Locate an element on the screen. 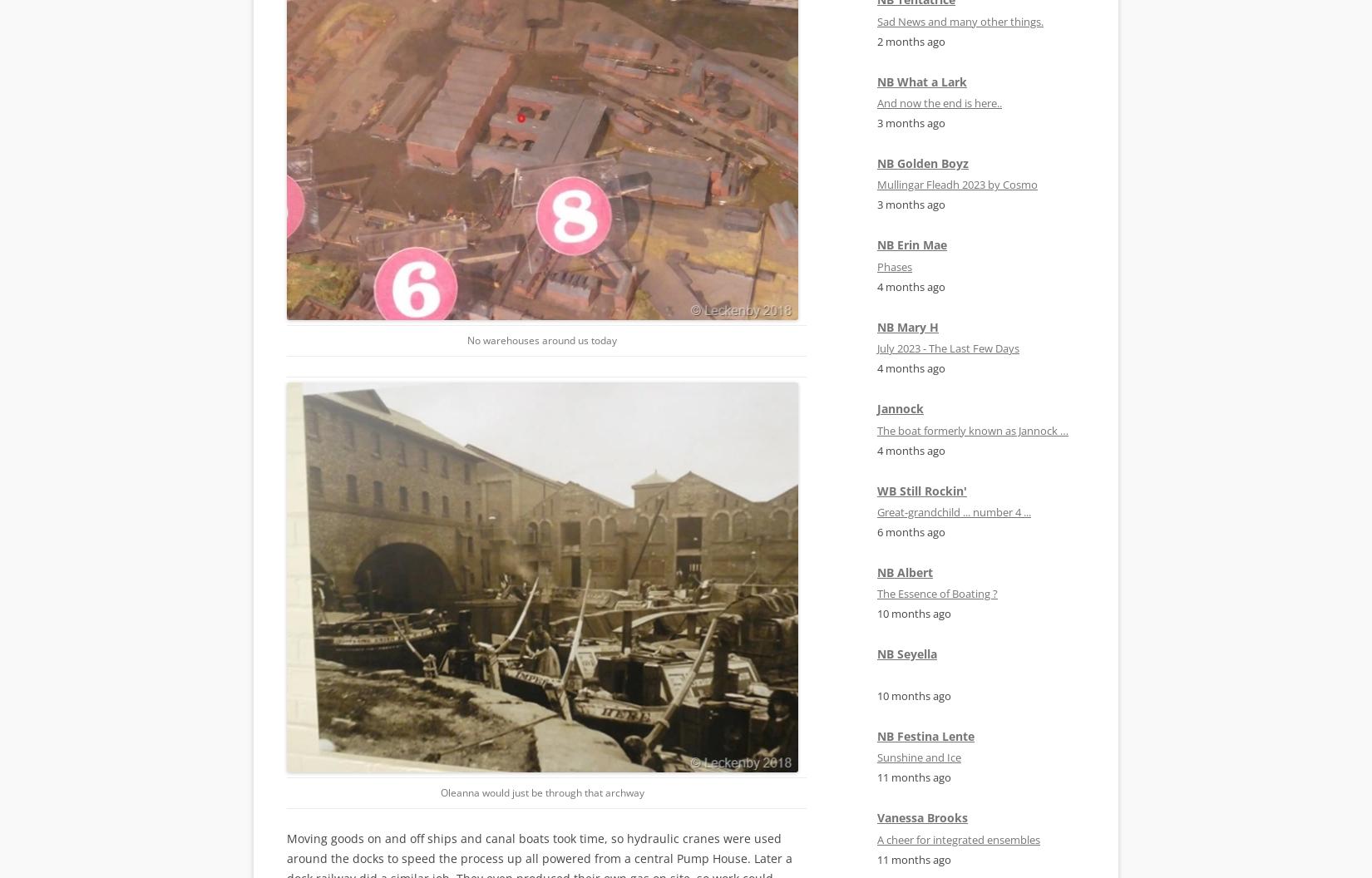 The image size is (1372, 878). 'Oleanna would just be through that archway' is located at coordinates (540, 792).